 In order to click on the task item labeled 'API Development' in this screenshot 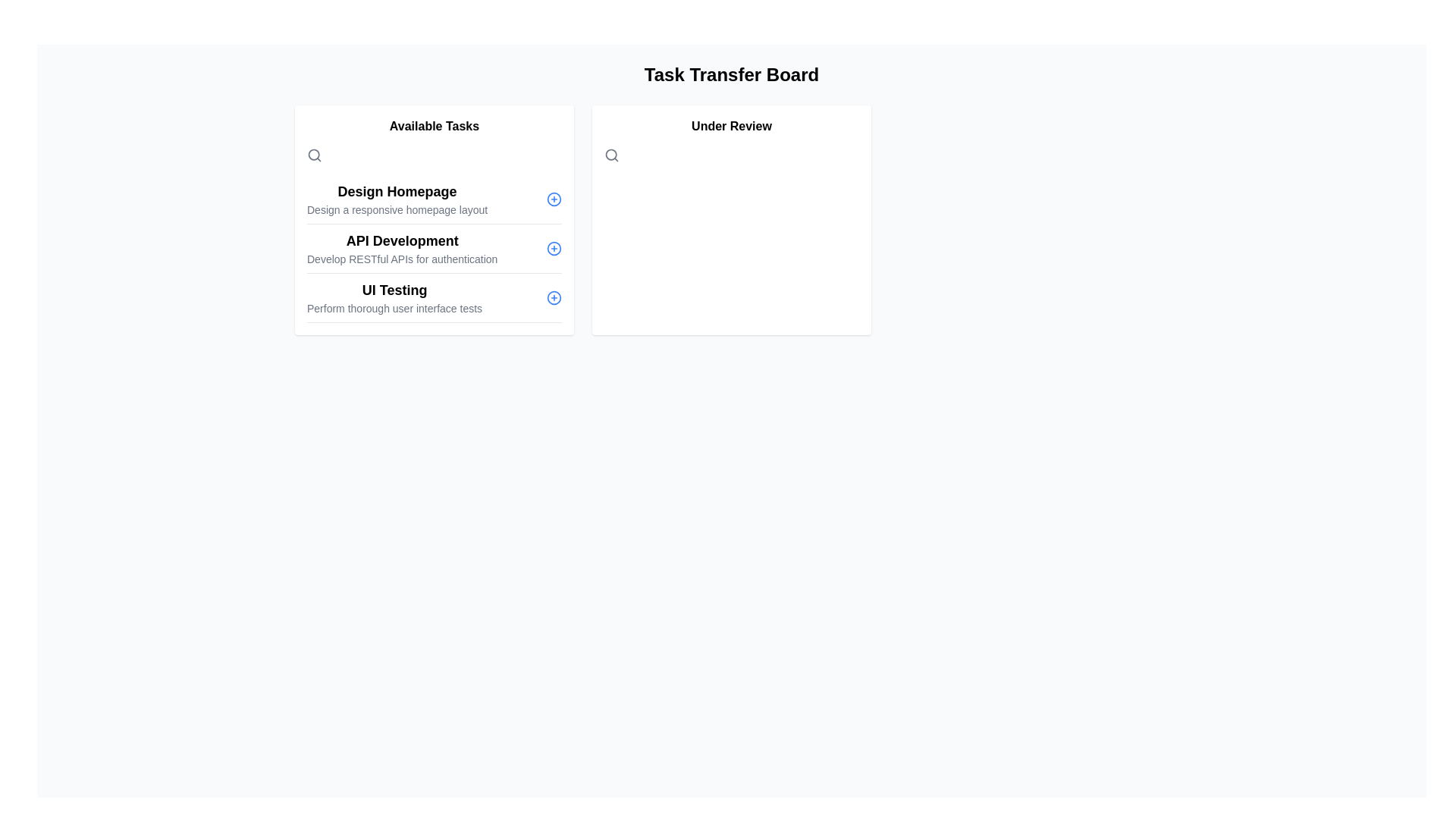, I will do `click(433, 248)`.